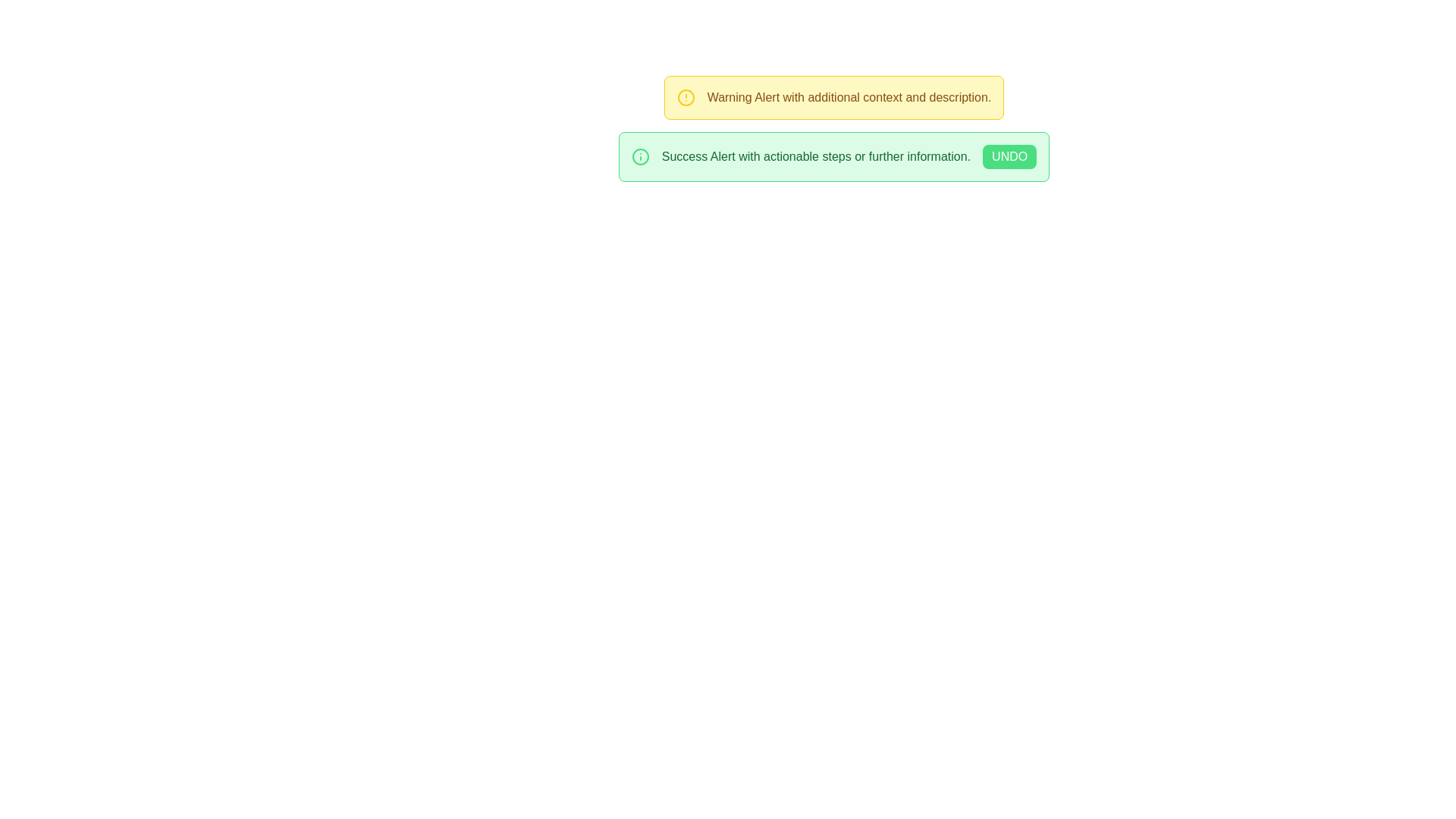  Describe the element at coordinates (1009, 157) in the screenshot. I see `the undo button located in the lower green alert box titled 'Success Alert with actionable steps or further information'` at that location.